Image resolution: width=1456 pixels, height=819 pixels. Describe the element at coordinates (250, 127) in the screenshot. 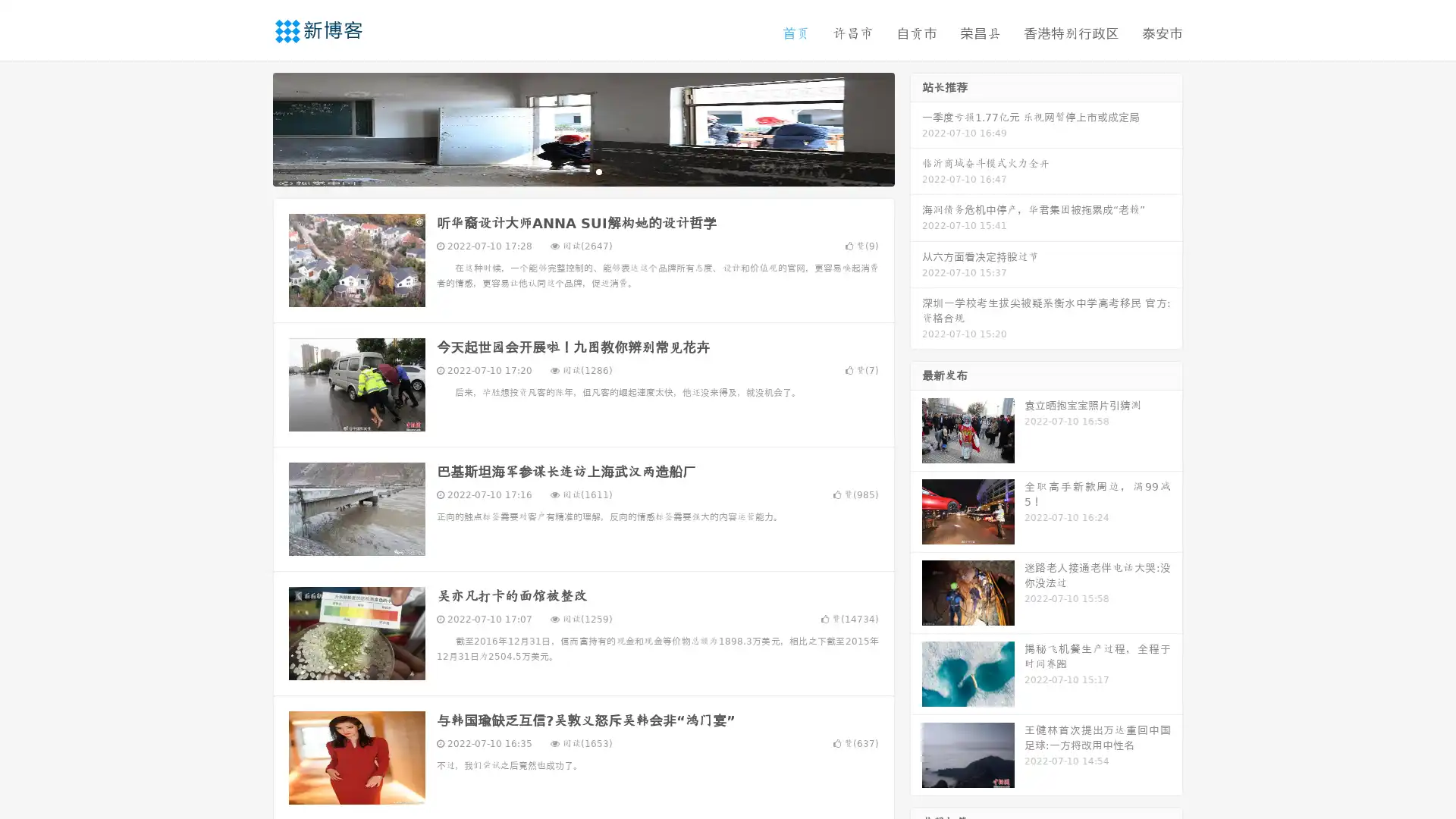

I see `Previous slide` at that location.